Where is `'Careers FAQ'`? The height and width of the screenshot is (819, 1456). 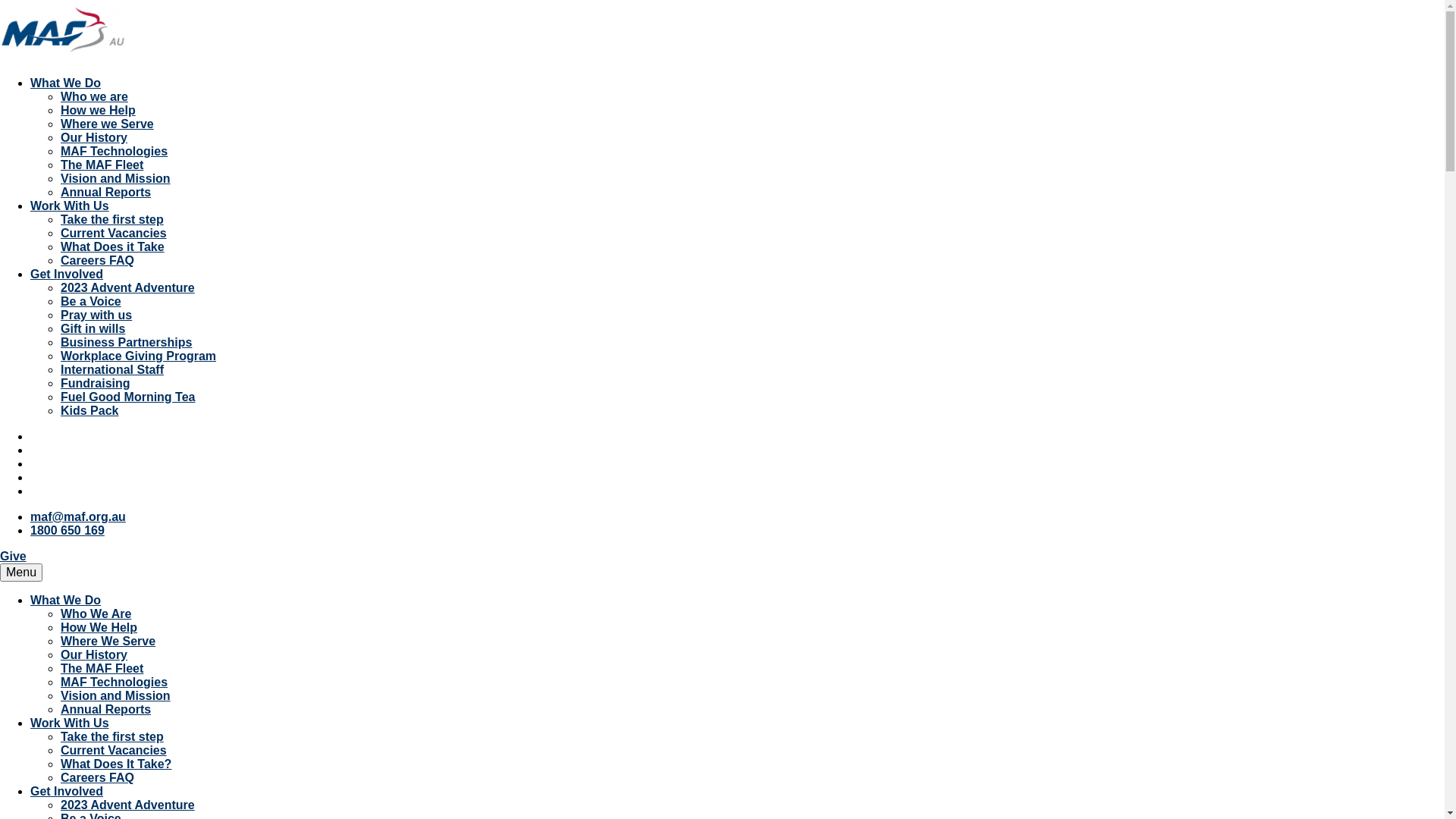
'Careers FAQ' is located at coordinates (96, 777).